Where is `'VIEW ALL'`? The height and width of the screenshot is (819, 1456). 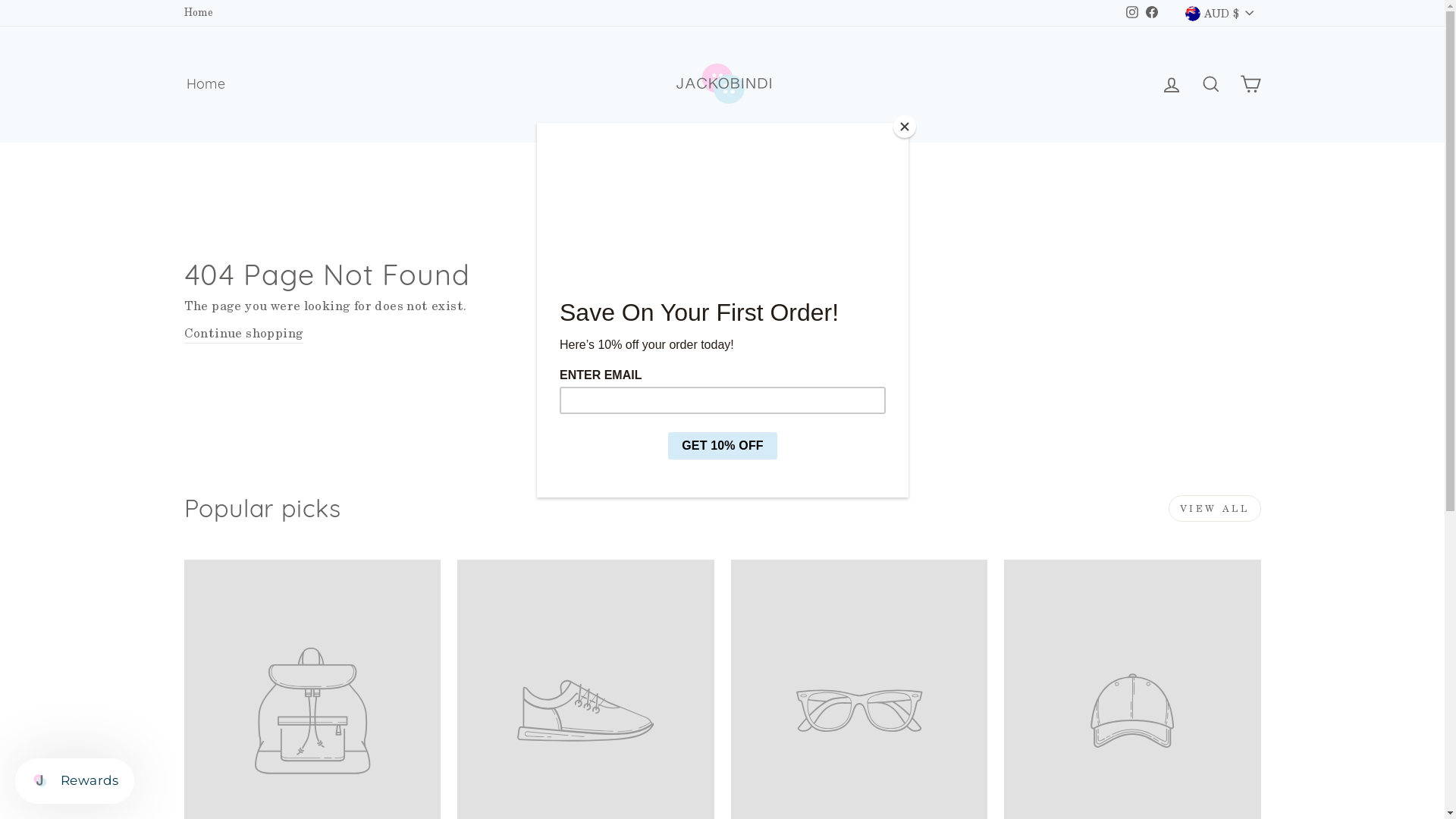
'VIEW ALL' is located at coordinates (1215, 508).